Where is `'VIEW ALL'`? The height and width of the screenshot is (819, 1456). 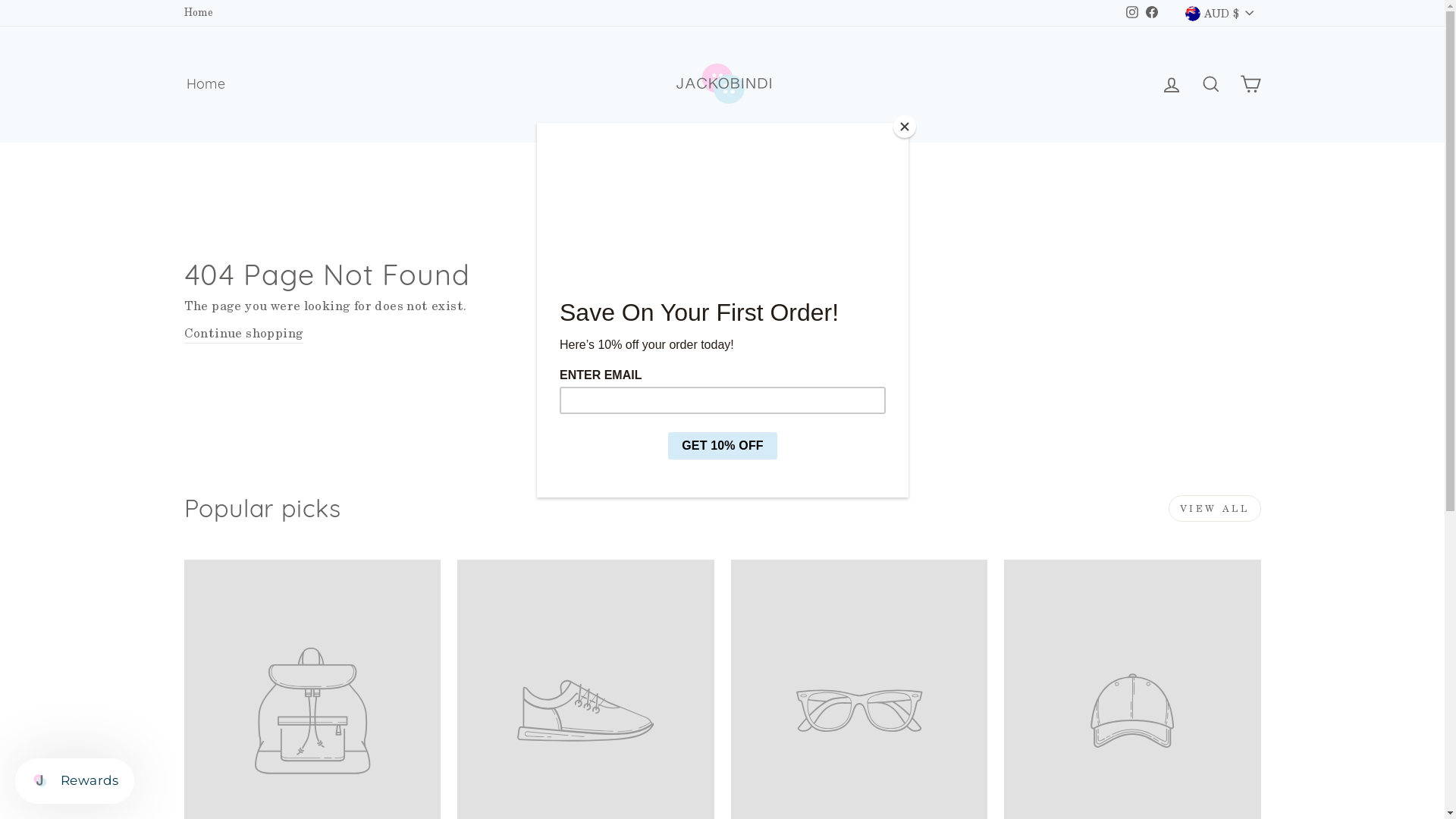
'VIEW ALL' is located at coordinates (1215, 508).